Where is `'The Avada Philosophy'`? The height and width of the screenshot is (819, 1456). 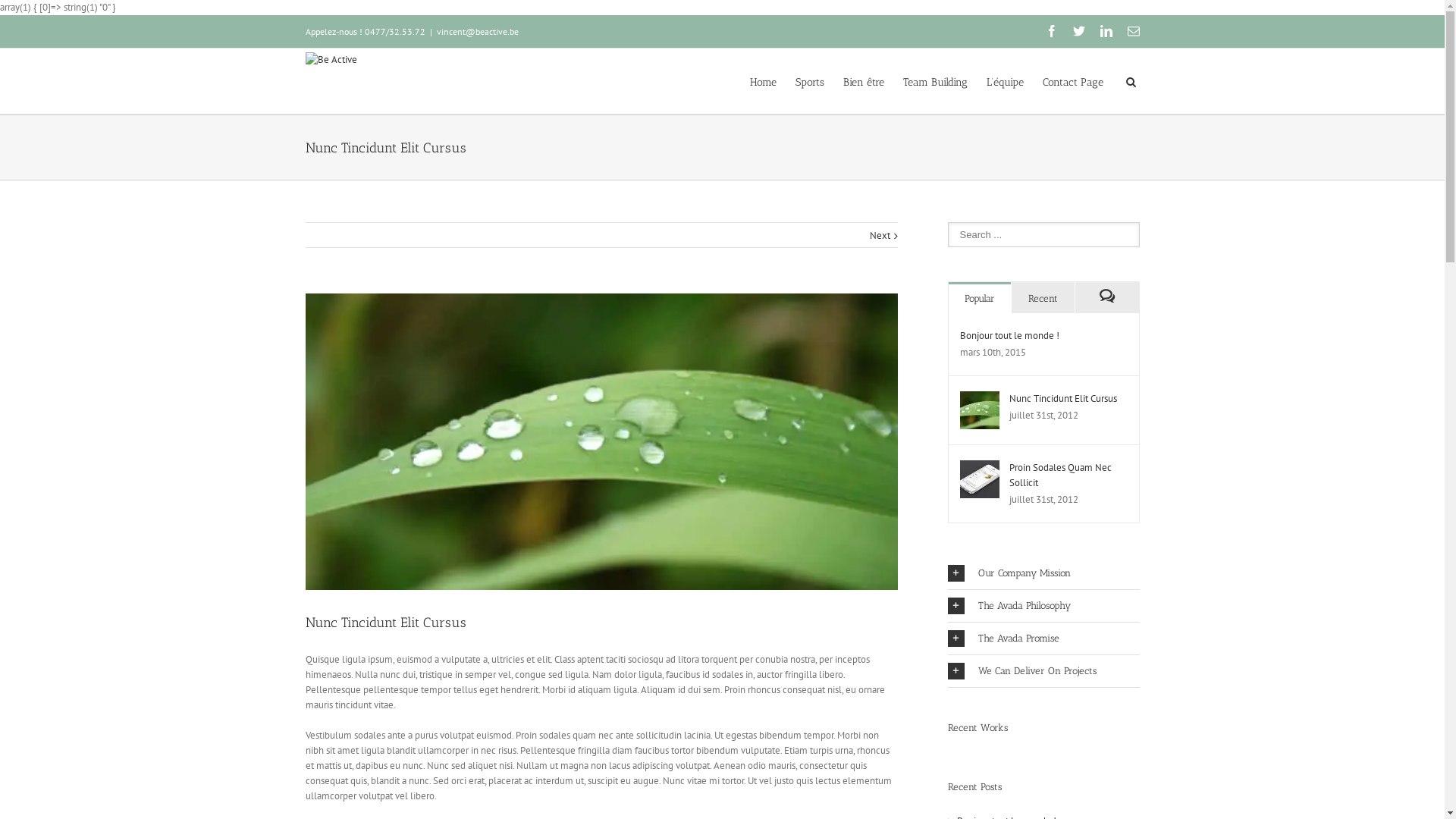
'The Avada Philosophy' is located at coordinates (1043, 604).